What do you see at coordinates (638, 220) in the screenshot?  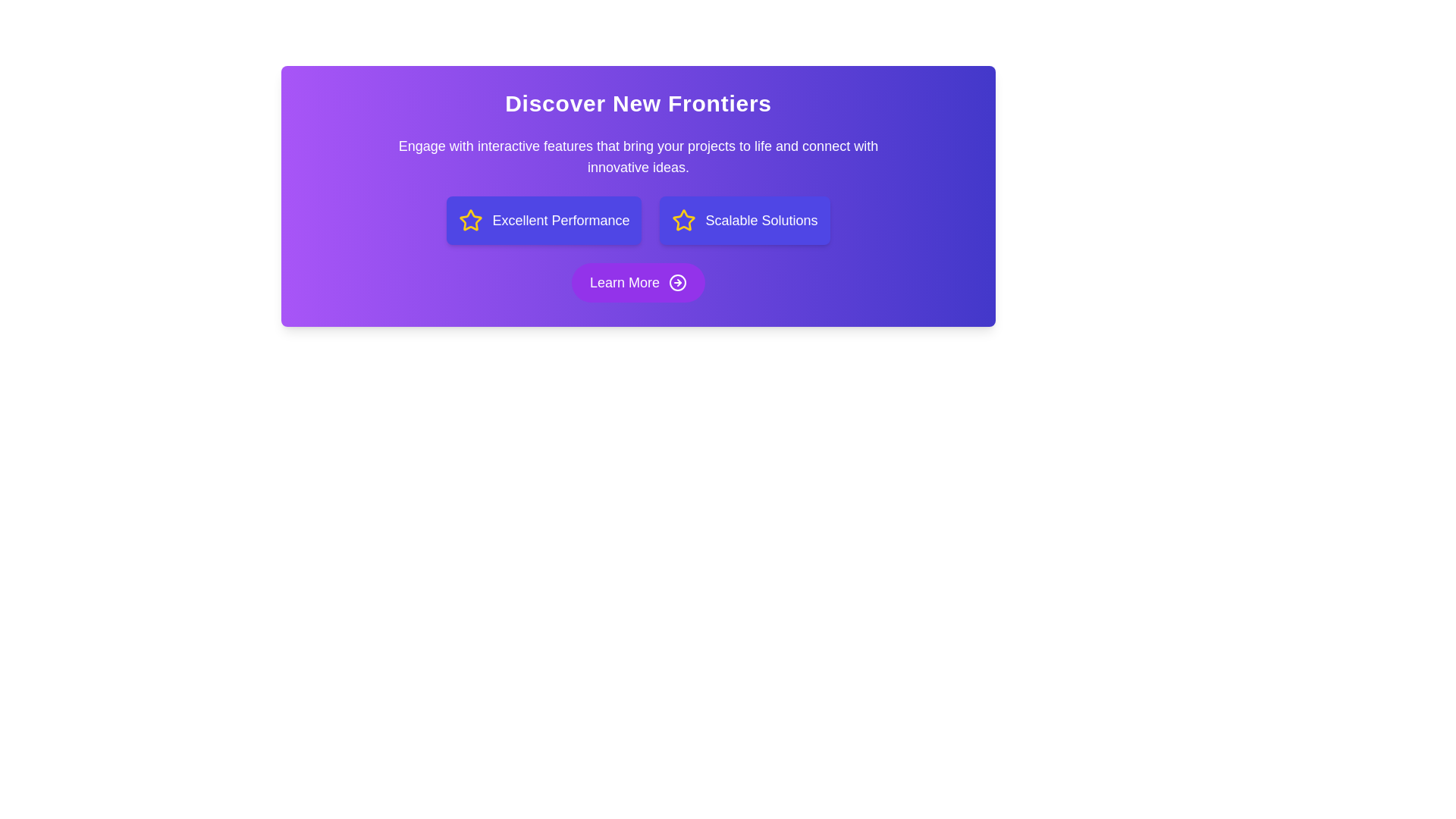 I see `the group of feature cards containing the labels 'Excellent Performance' and 'Scalable Solutions'` at bounding box center [638, 220].